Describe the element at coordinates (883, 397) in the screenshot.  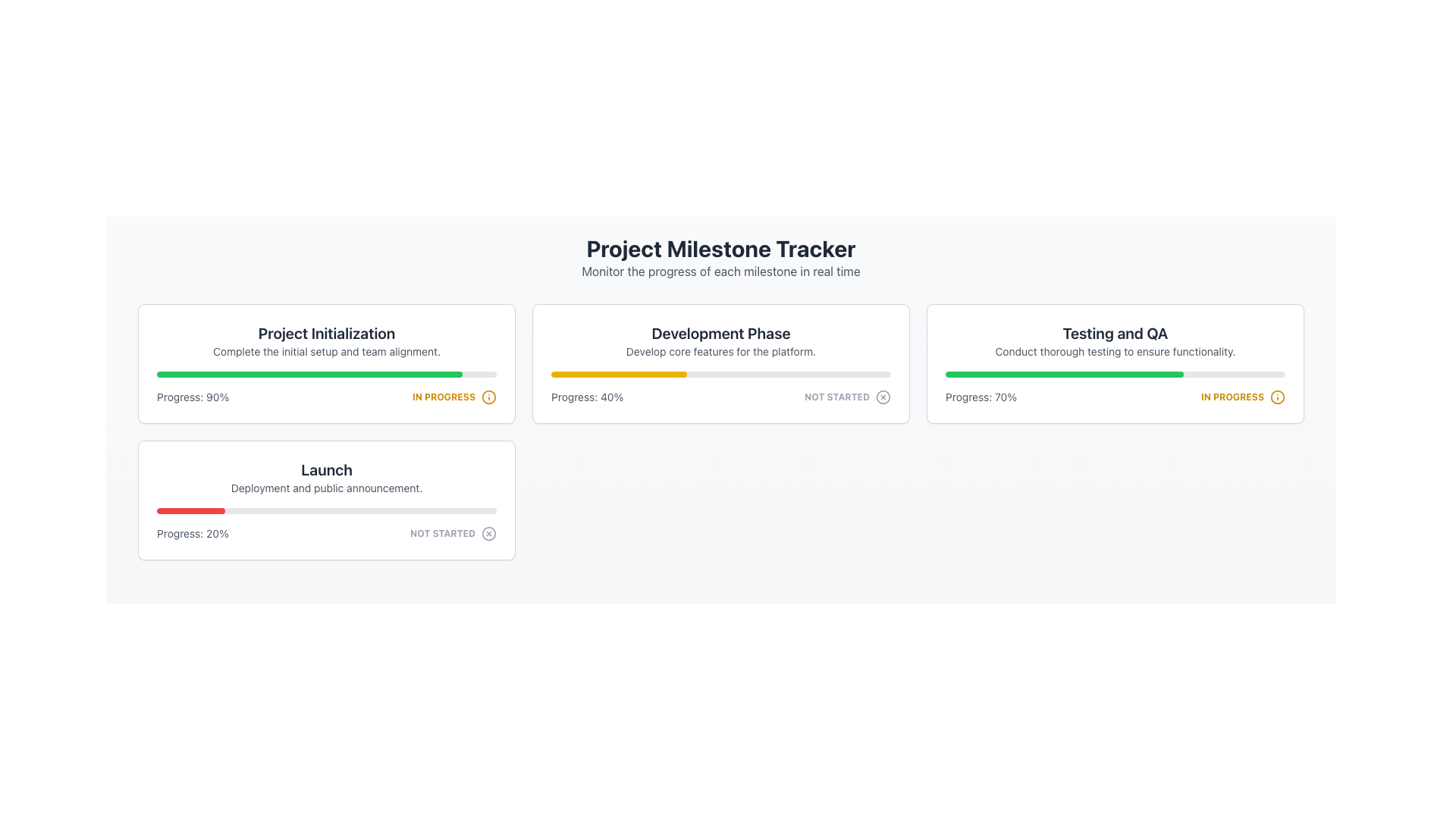
I see `the circular gray Status Icon with a diagonal cross inside, located next to the 'Not Started' text in the 'Development Phase' milestone card` at that location.